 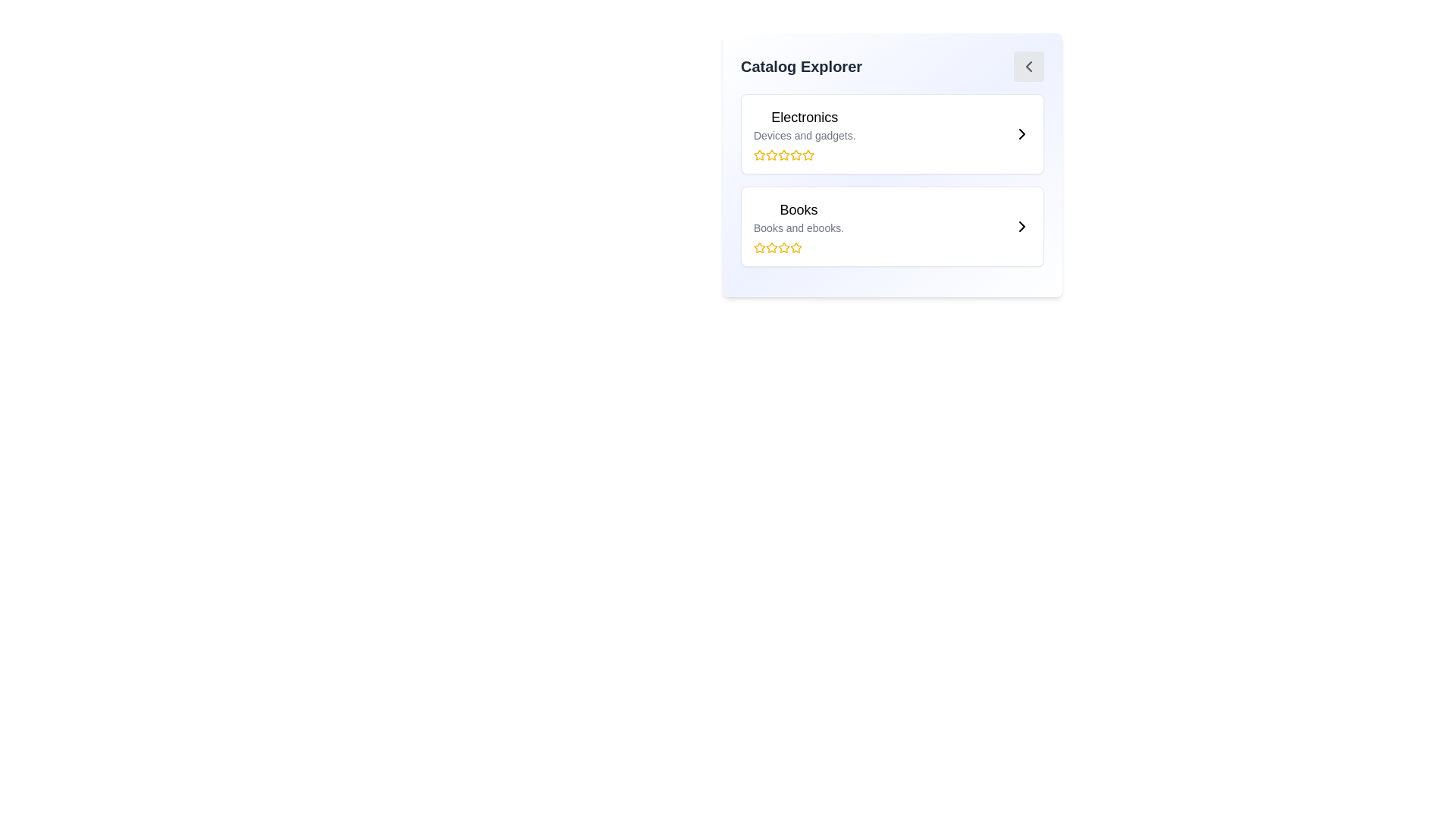 I want to click on the Text element that serves as a section header or category title in the second list item of the catalog explorer interface, positioned above the descriptive text 'Books and ebooks.', so click(x=798, y=210).